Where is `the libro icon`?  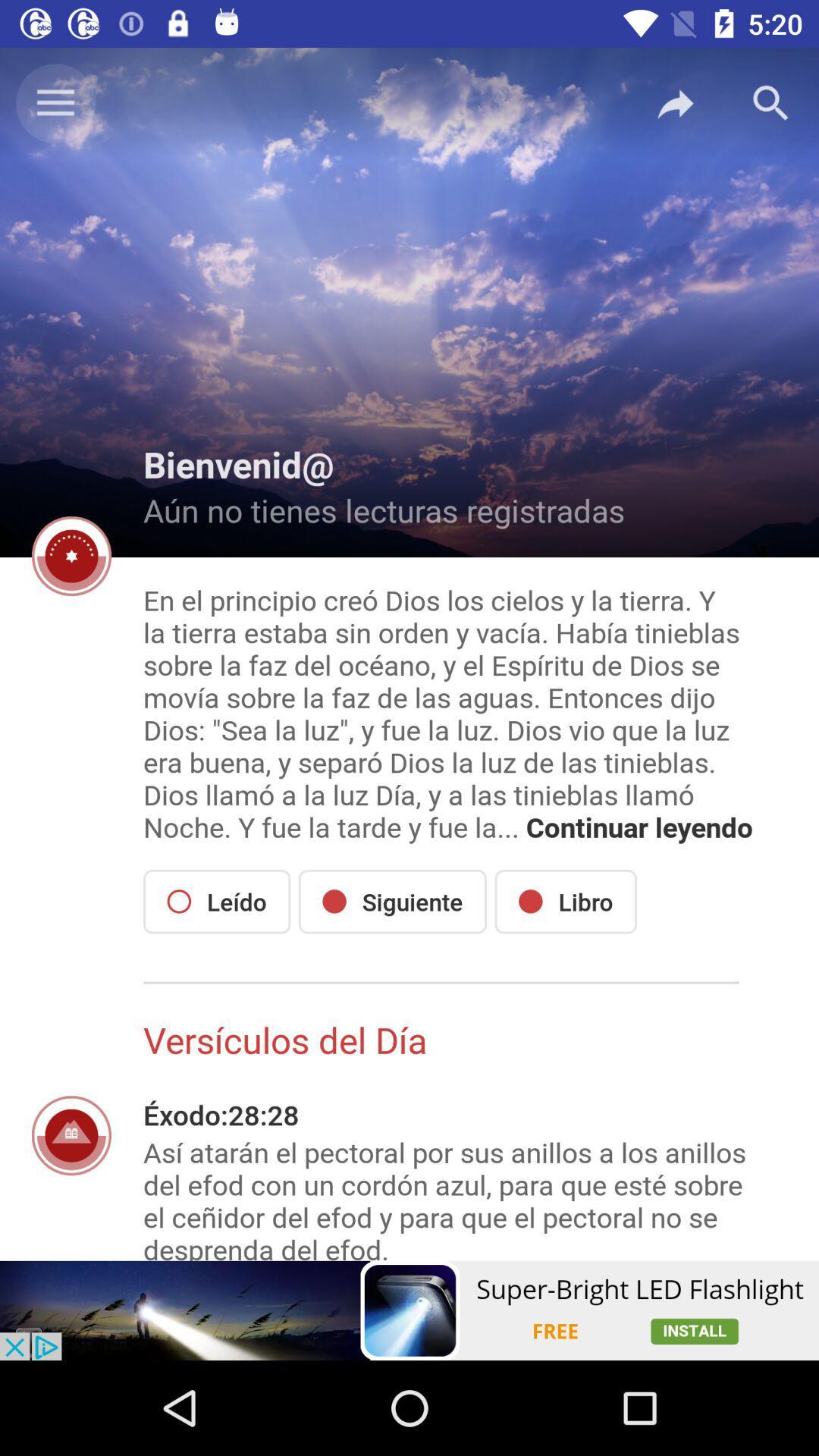
the libro icon is located at coordinates (566, 902).